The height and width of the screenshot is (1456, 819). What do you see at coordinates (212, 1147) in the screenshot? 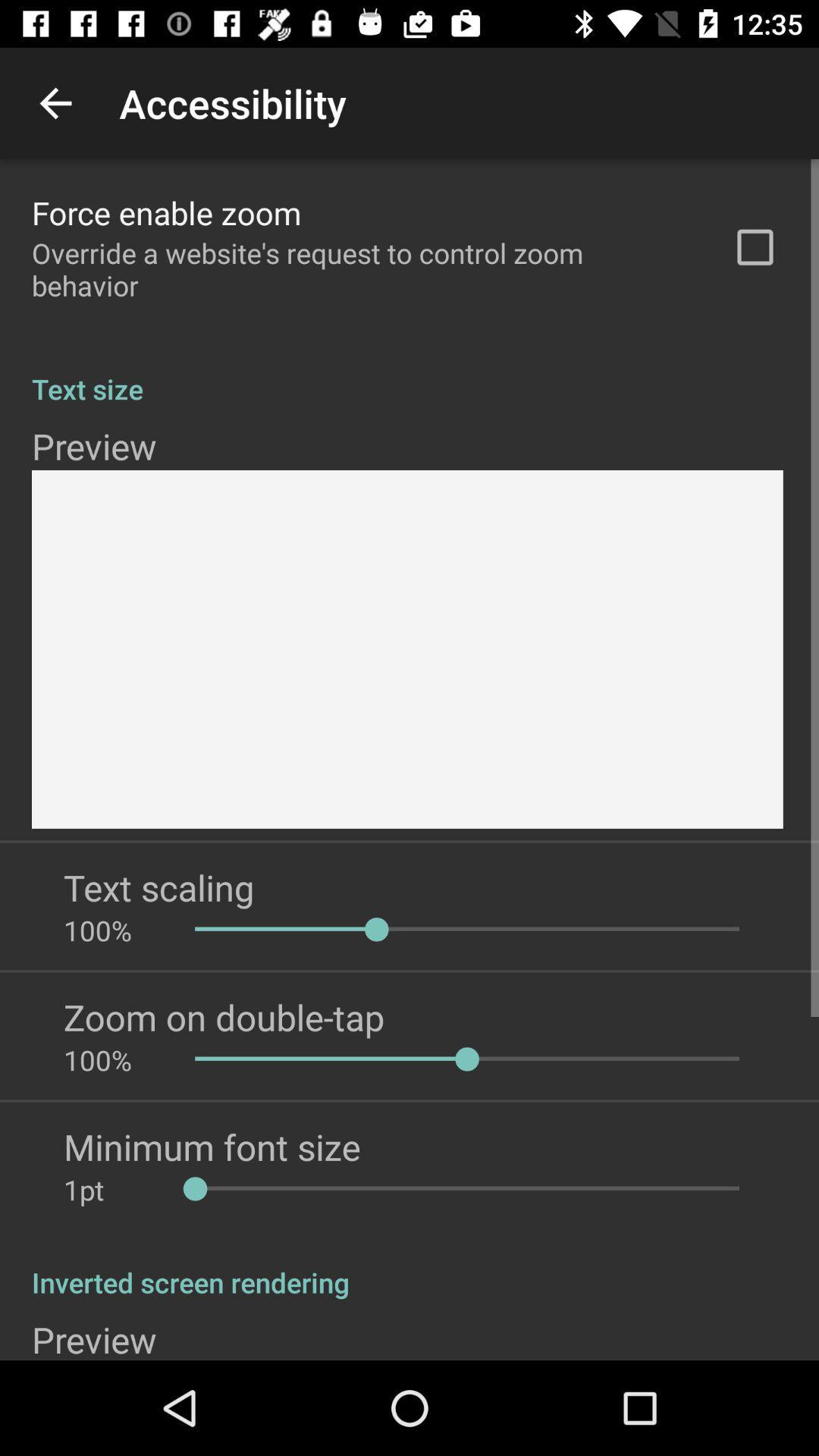
I see `minimum font size item` at bounding box center [212, 1147].